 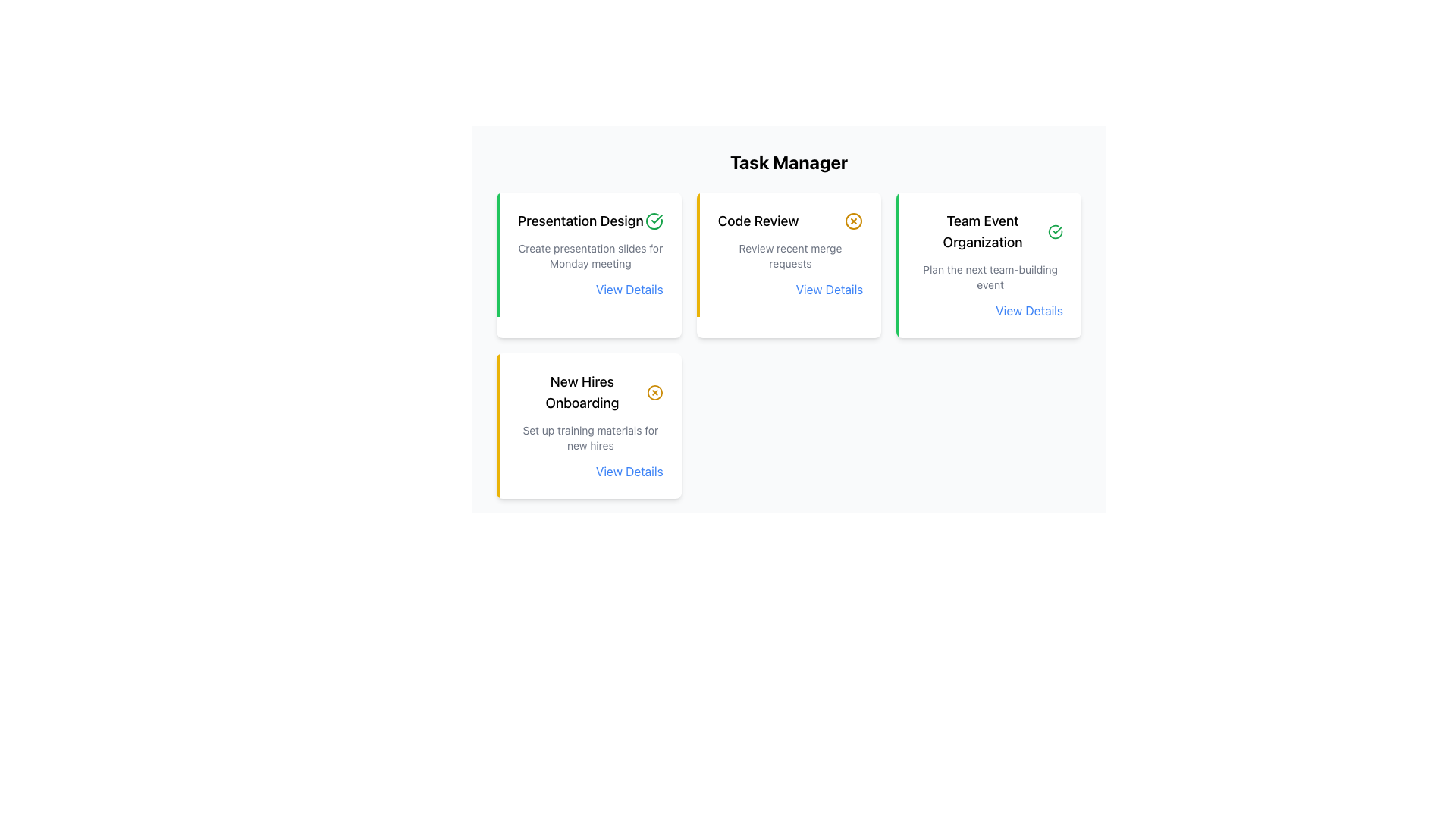 What do you see at coordinates (629, 289) in the screenshot?
I see `the 'View Details' hyperlink located at the bottom of the 'Presentation Design' card` at bounding box center [629, 289].